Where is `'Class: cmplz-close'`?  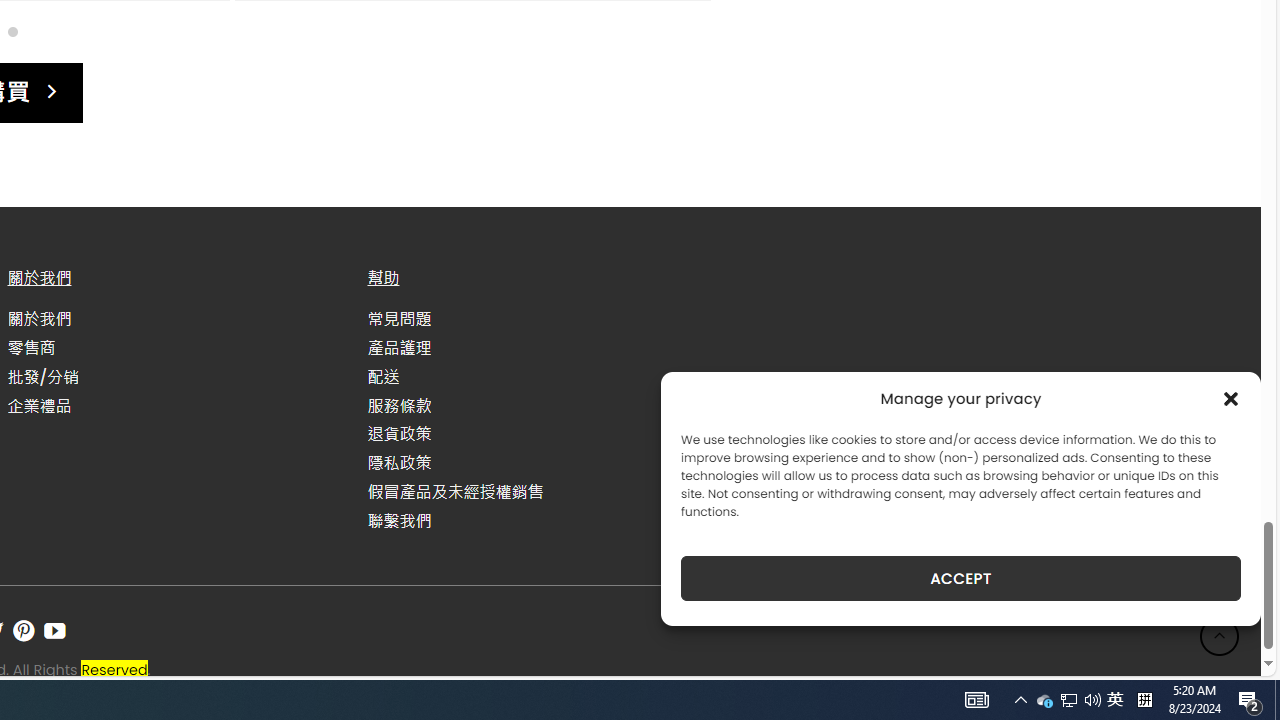
'Class: cmplz-close' is located at coordinates (1230, 398).